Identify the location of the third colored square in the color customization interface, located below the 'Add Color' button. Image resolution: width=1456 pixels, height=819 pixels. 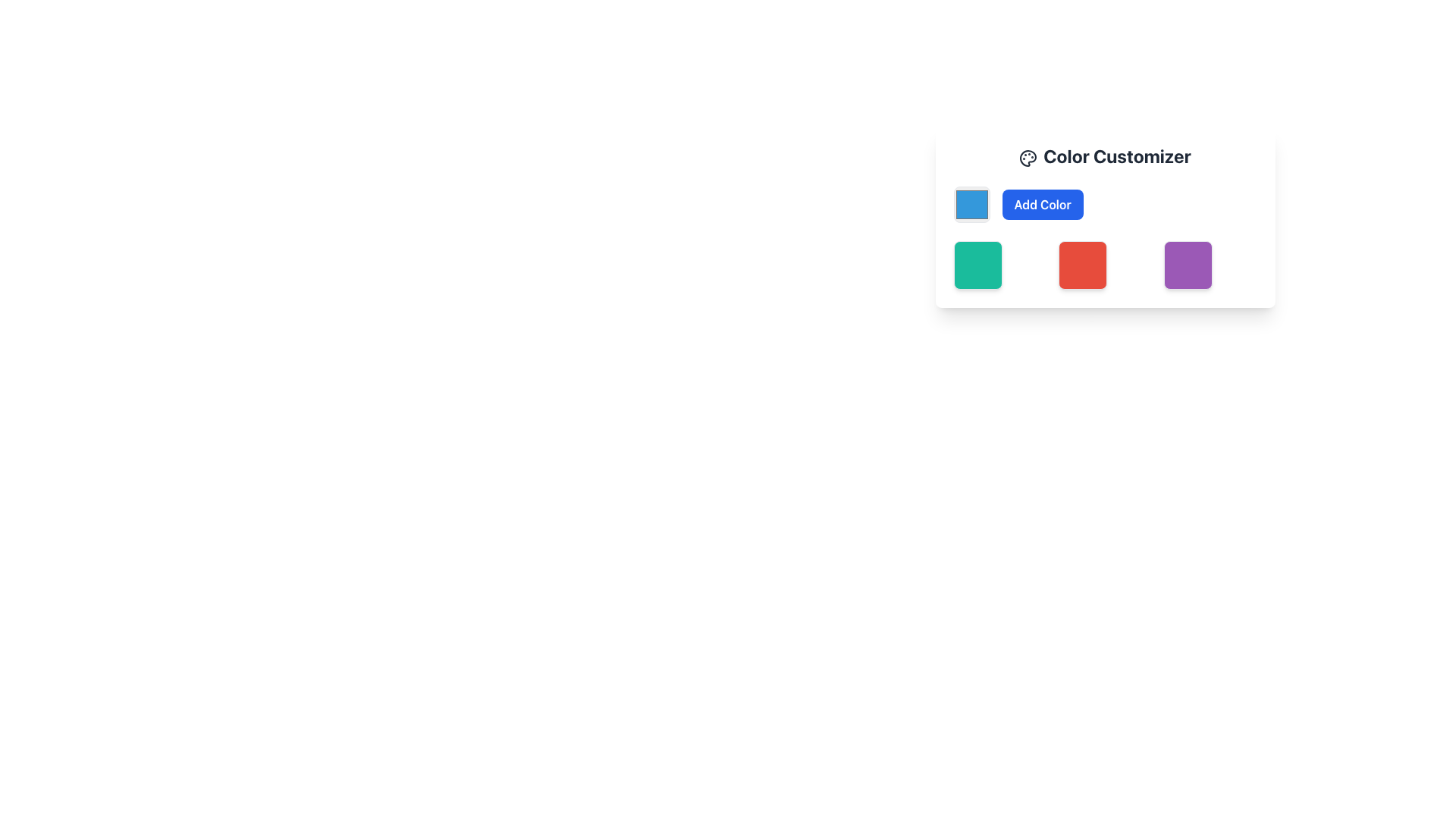
(1082, 265).